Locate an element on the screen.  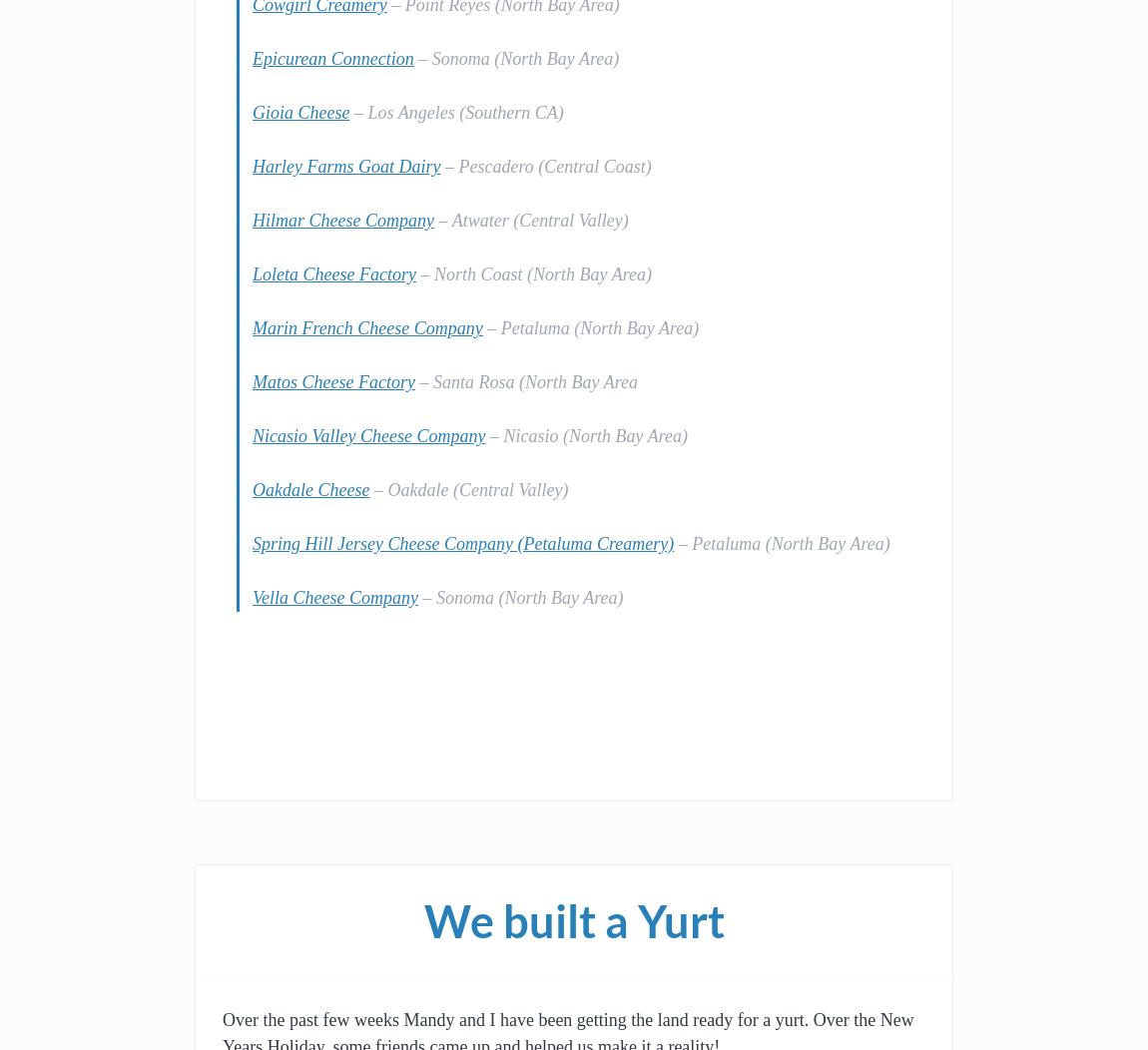
'– Pescadero (Central Coast)' is located at coordinates (545, 165).